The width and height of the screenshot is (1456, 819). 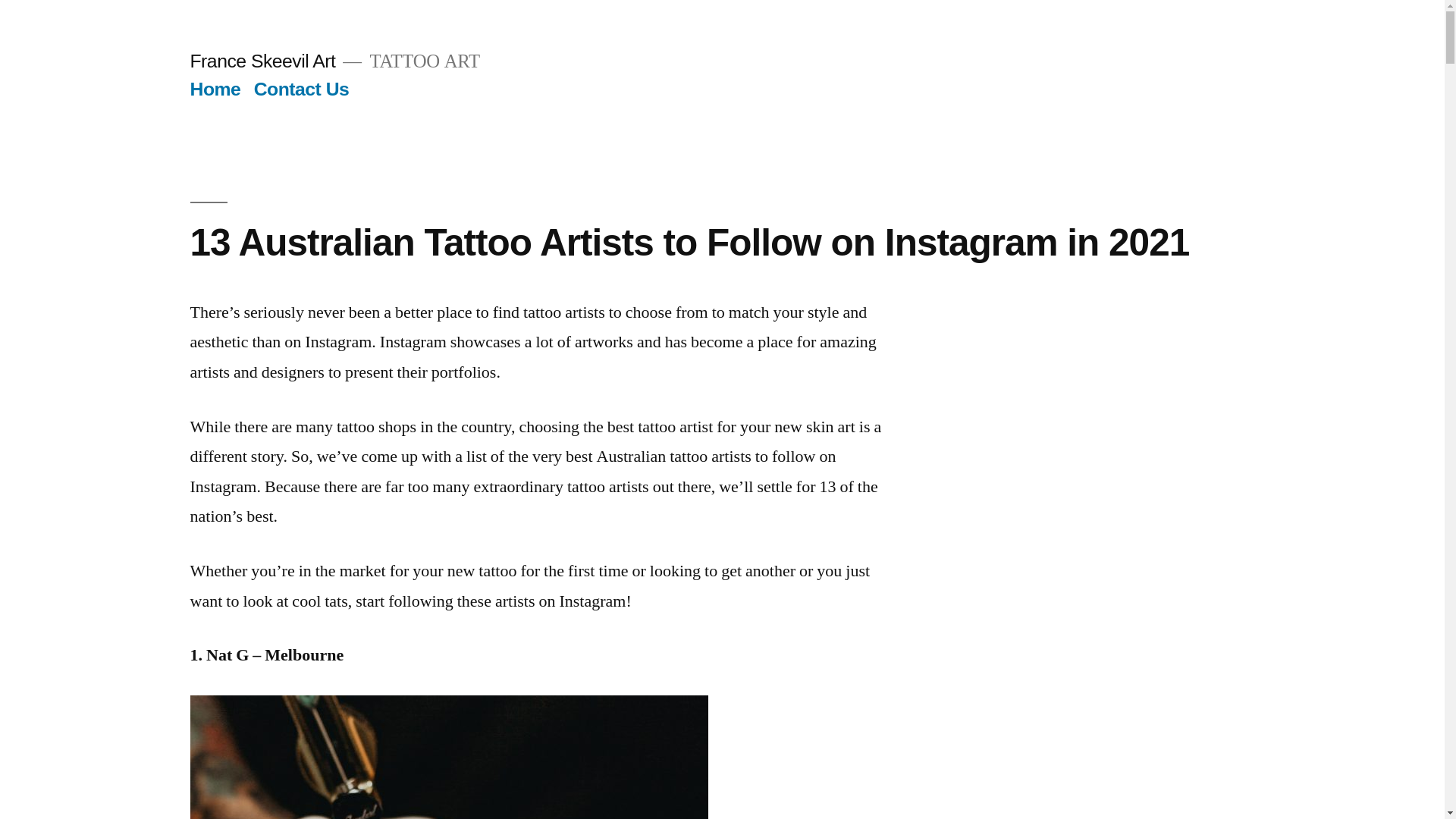 I want to click on '13 Australian Tattoo Artists to Follow on Instagram in 2021', so click(x=688, y=241).